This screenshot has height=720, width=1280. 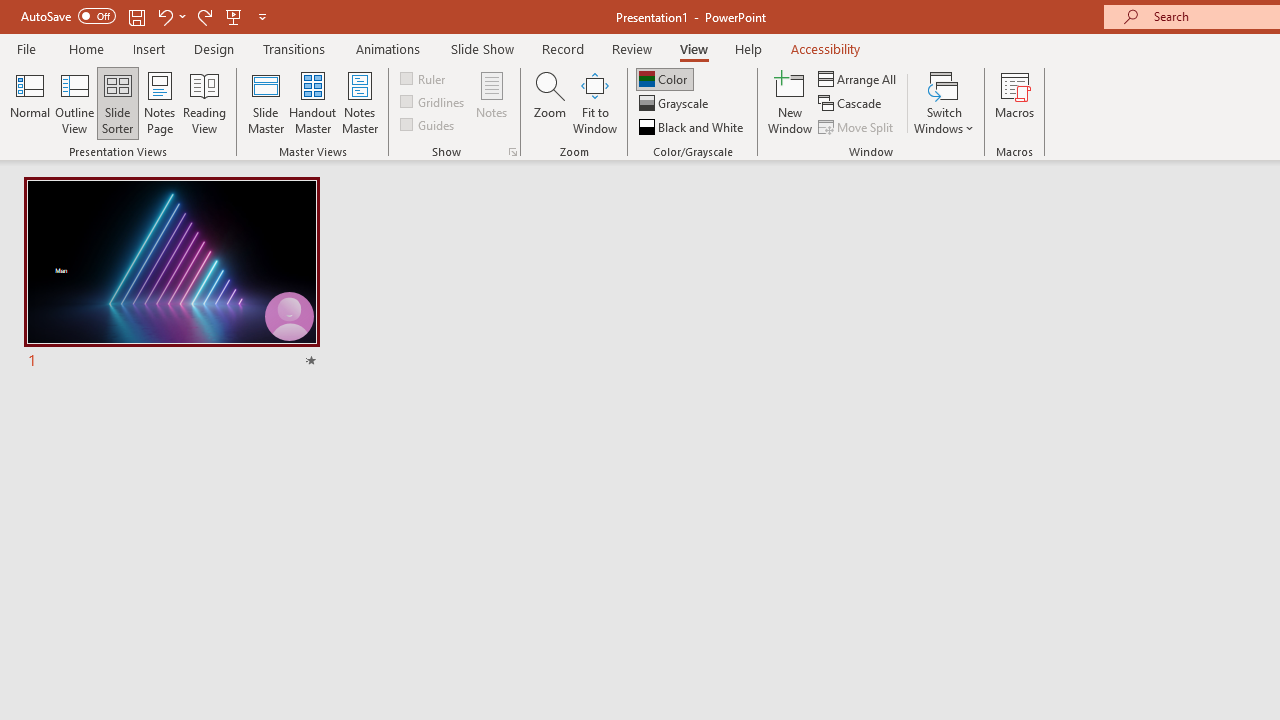 What do you see at coordinates (492, 103) in the screenshot?
I see `'Notes'` at bounding box center [492, 103].